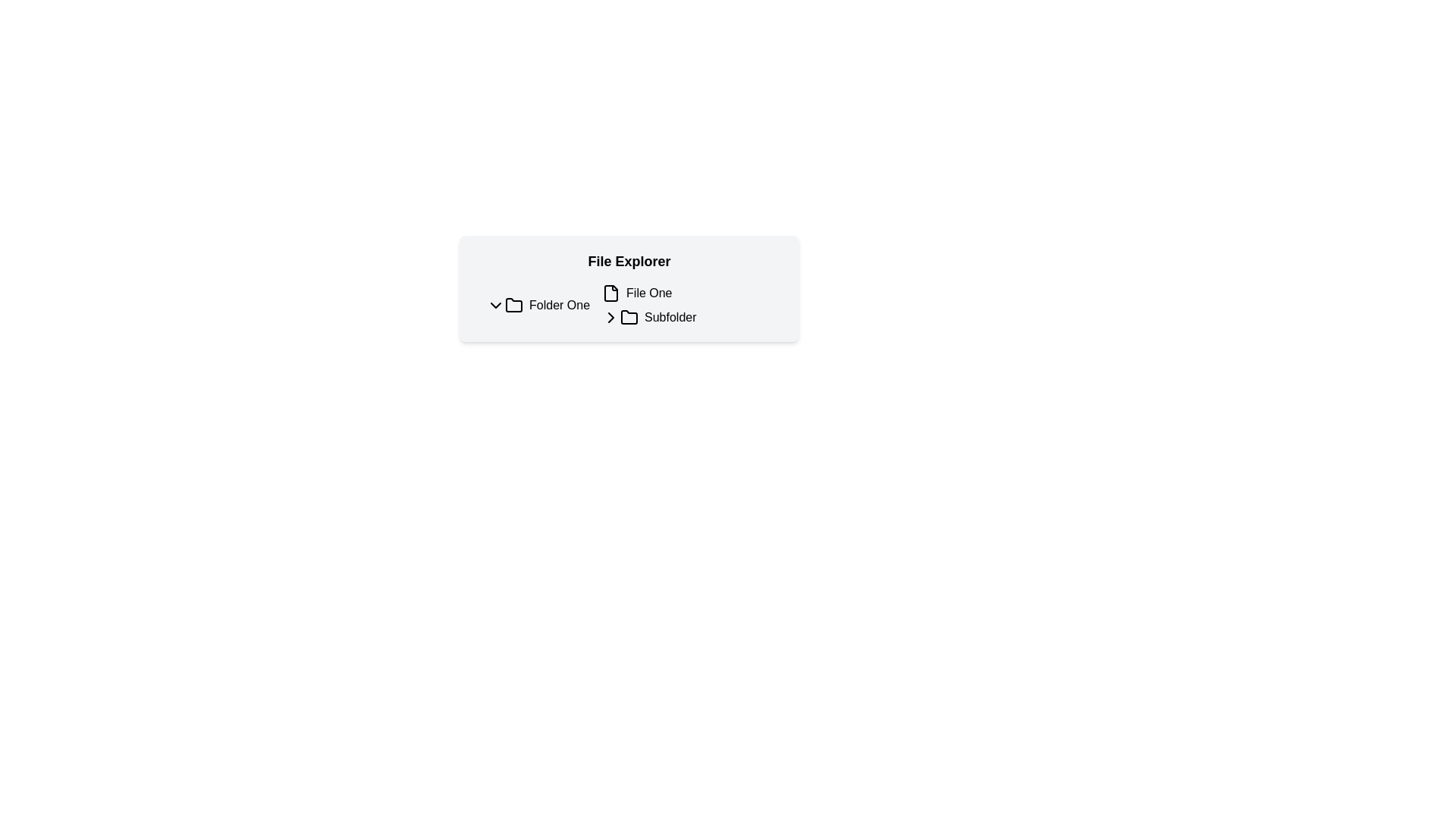  What do you see at coordinates (611, 293) in the screenshot?
I see `the file icon styled in a minimalistic, outlined format, which resembles a document with a folded top-right corner, positioned under the 'File One' label in the file explorer interface` at bounding box center [611, 293].